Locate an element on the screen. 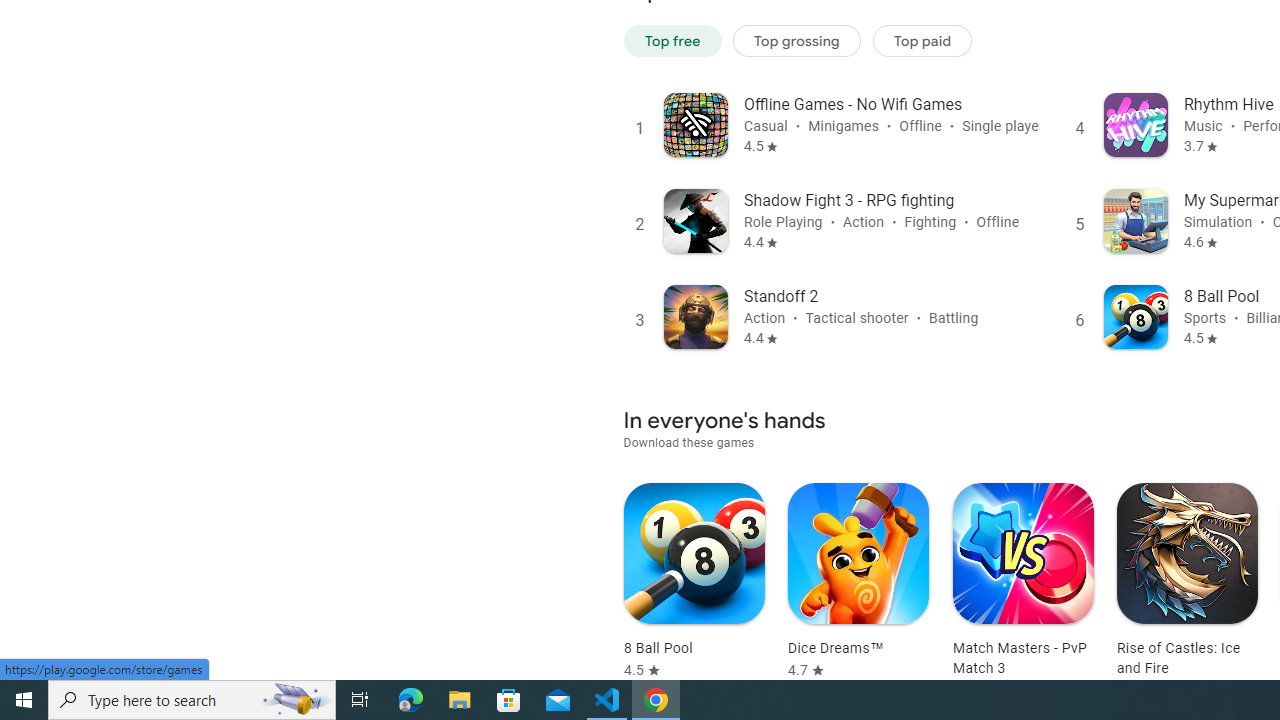 This screenshot has width=1280, height=720. 'Top grossing' is located at coordinates (796, 40).